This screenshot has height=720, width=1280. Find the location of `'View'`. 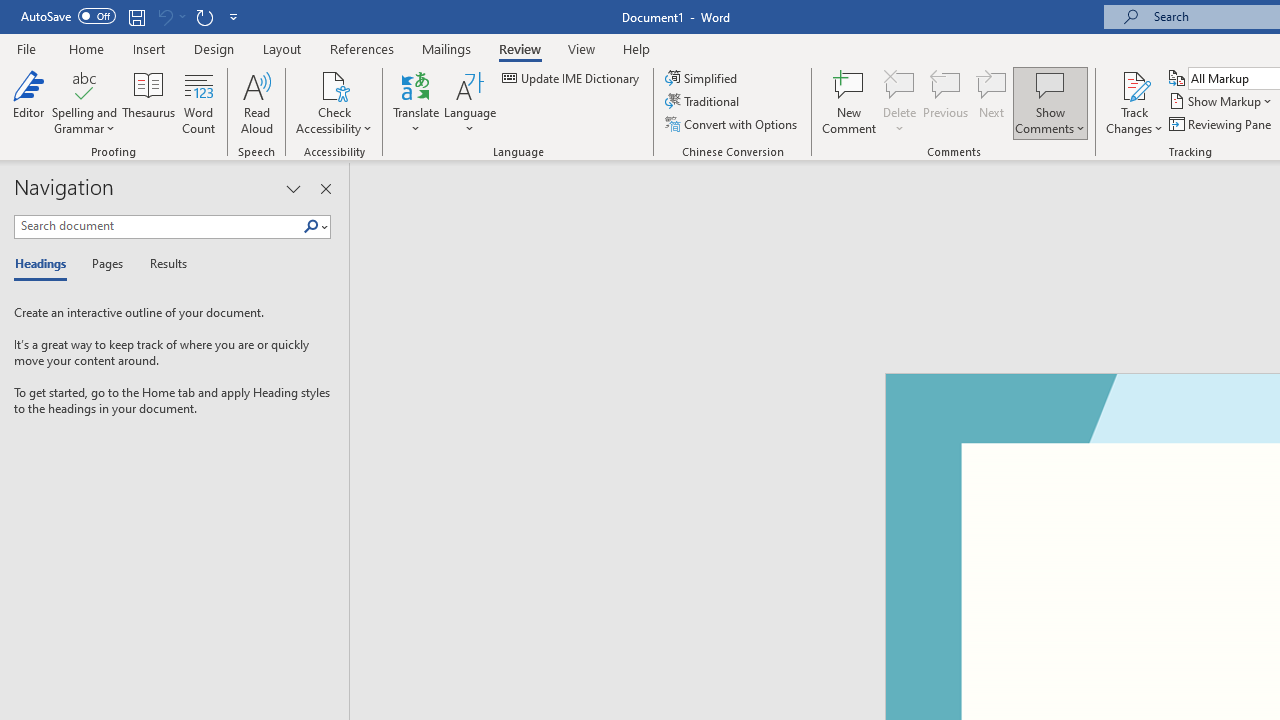

'View' is located at coordinates (581, 48).